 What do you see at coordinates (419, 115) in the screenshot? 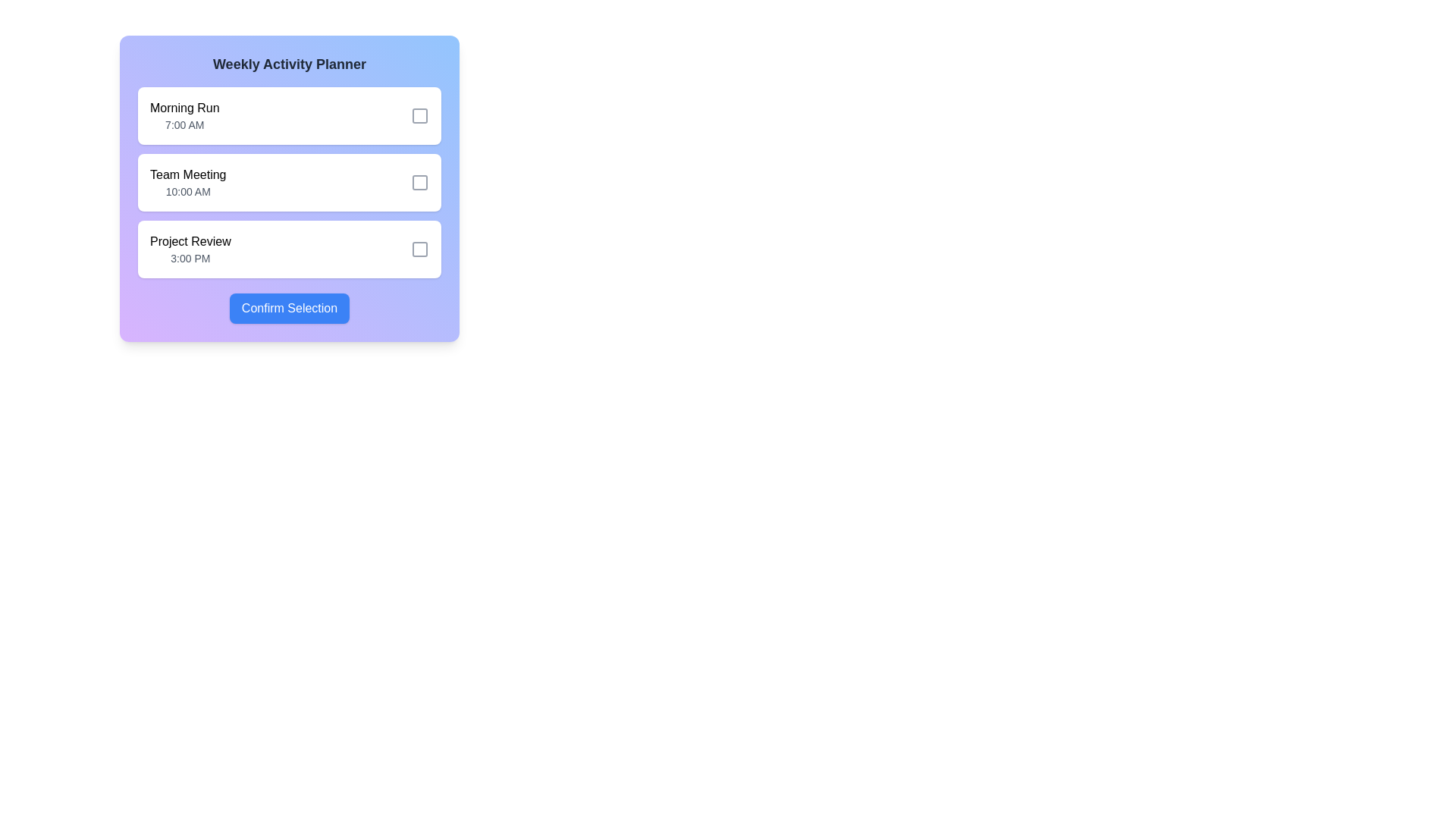
I see `the checkbox that appears as a square icon outlined in gray, located next` at bounding box center [419, 115].